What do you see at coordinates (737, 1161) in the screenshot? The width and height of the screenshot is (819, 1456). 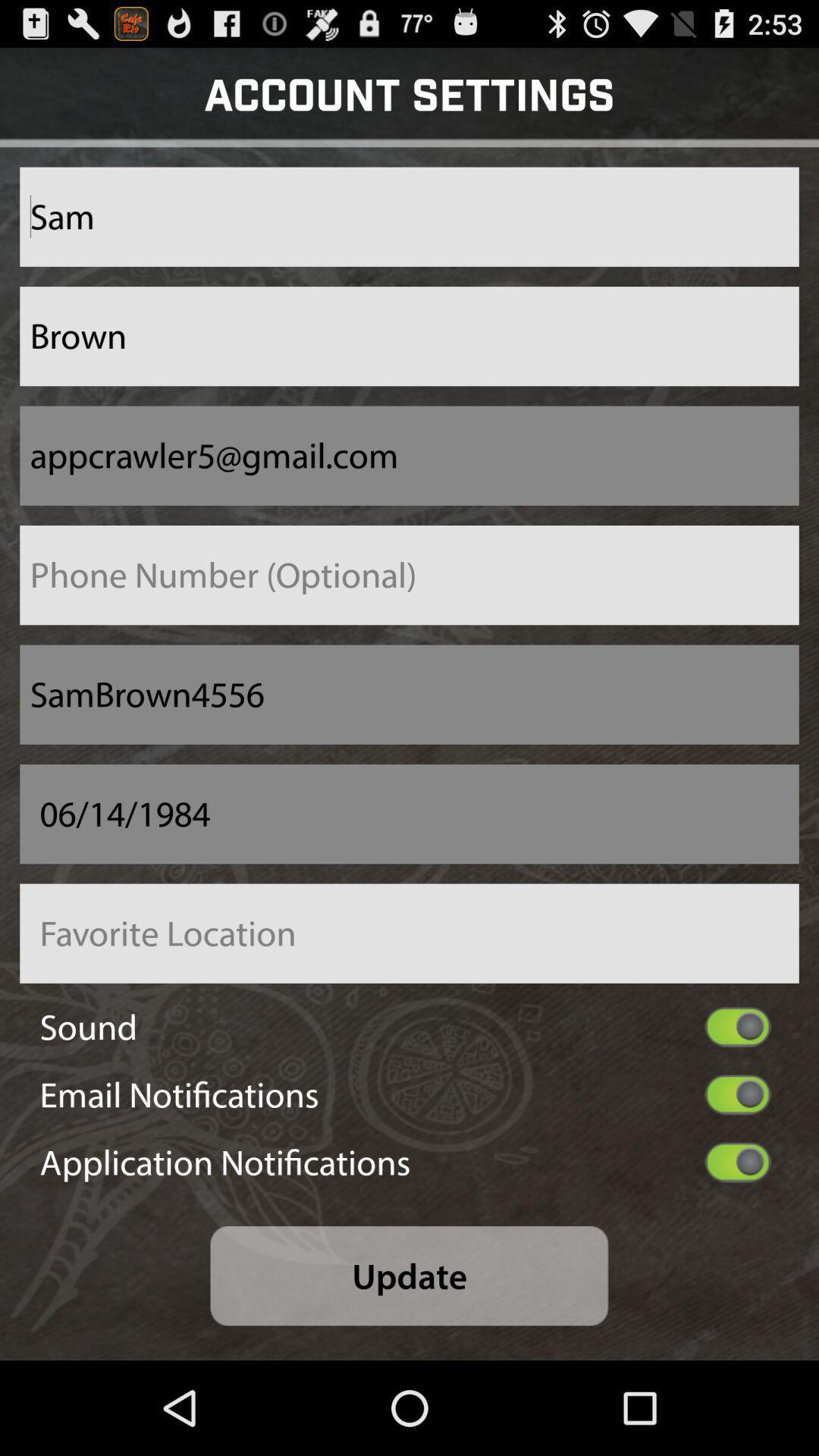 I see `application notifications option` at bounding box center [737, 1161].